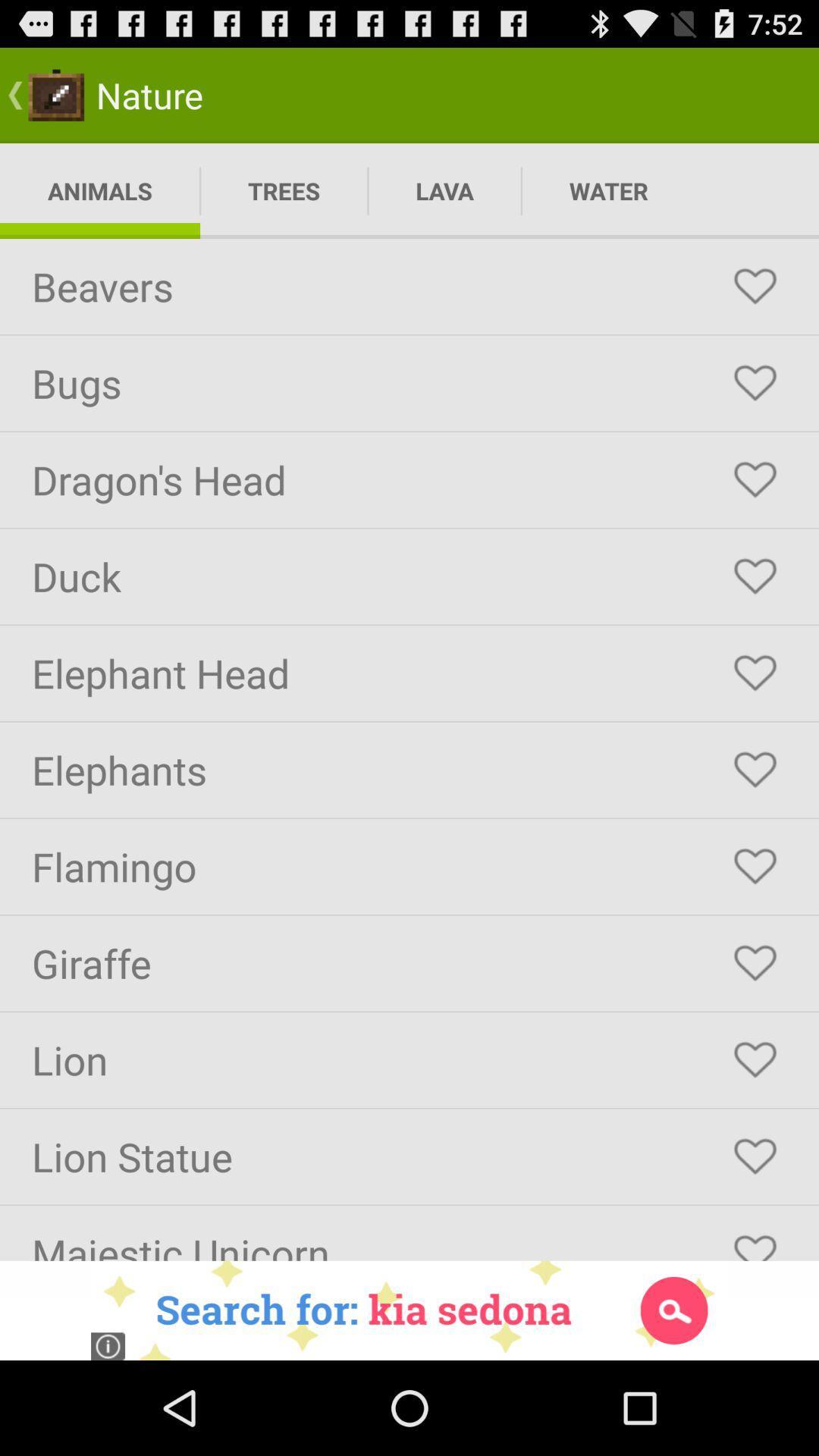 This screenshot has height=1456, width=819. What do you see at coordinates (755, 673) in the screenshot?
I see `like button` at bounding box center [755, 673].